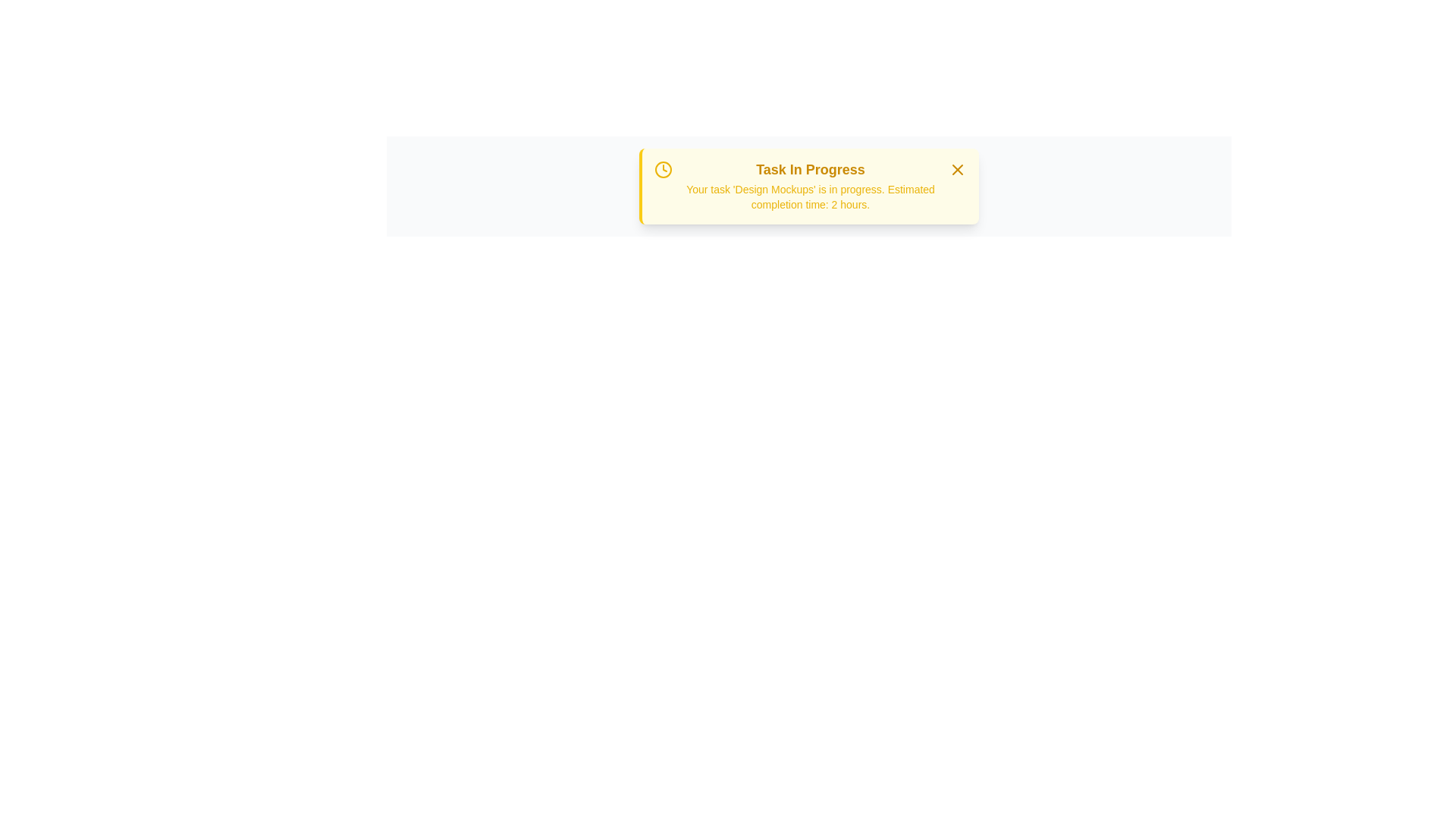 This screenshot has height=819, width=1456. I want to click on the 'X' button to close the alert, so click(956, 169).